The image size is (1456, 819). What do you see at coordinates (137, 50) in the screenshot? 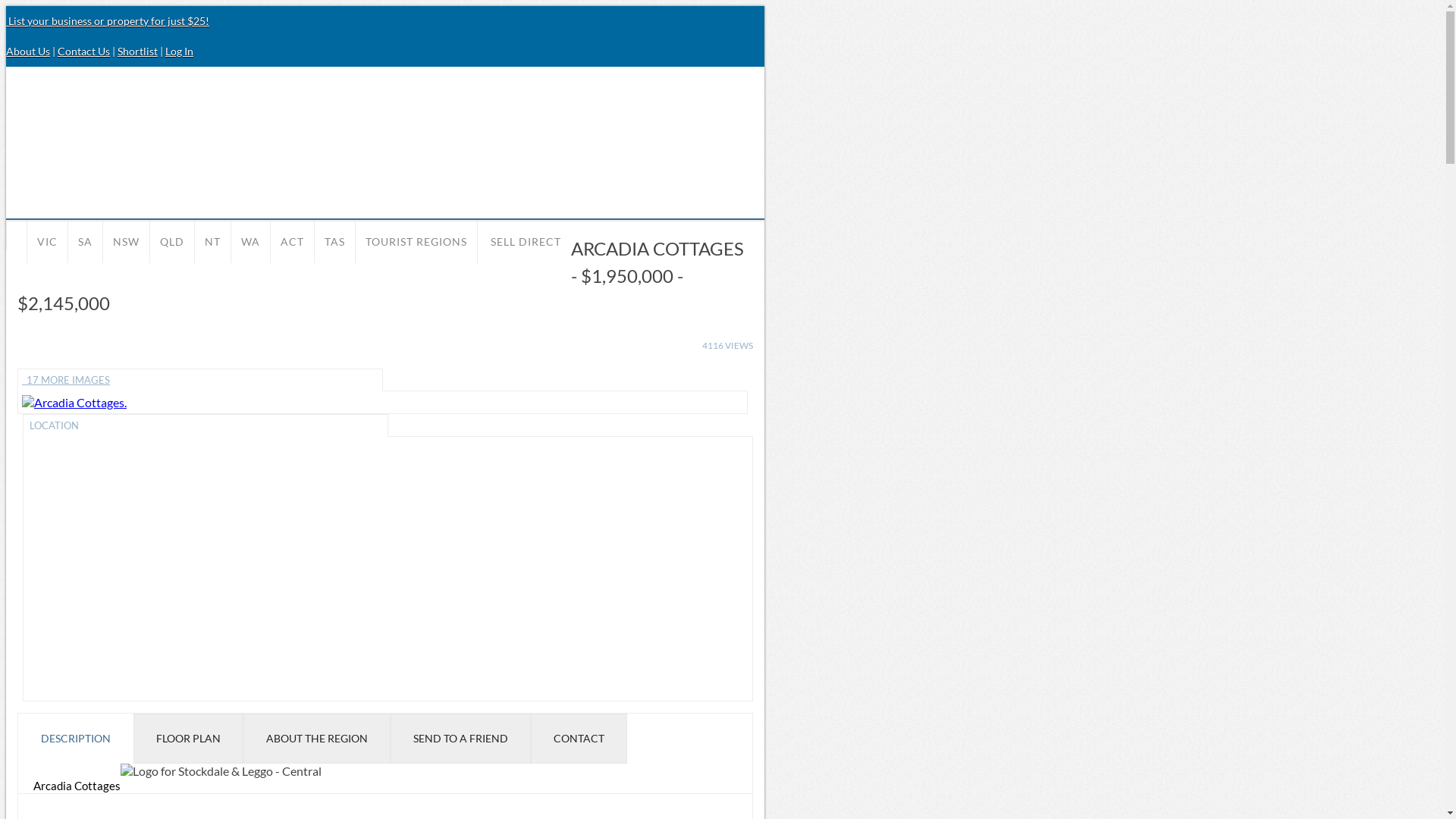
I see `'Shortlist'` at bounding box center [137, 50].